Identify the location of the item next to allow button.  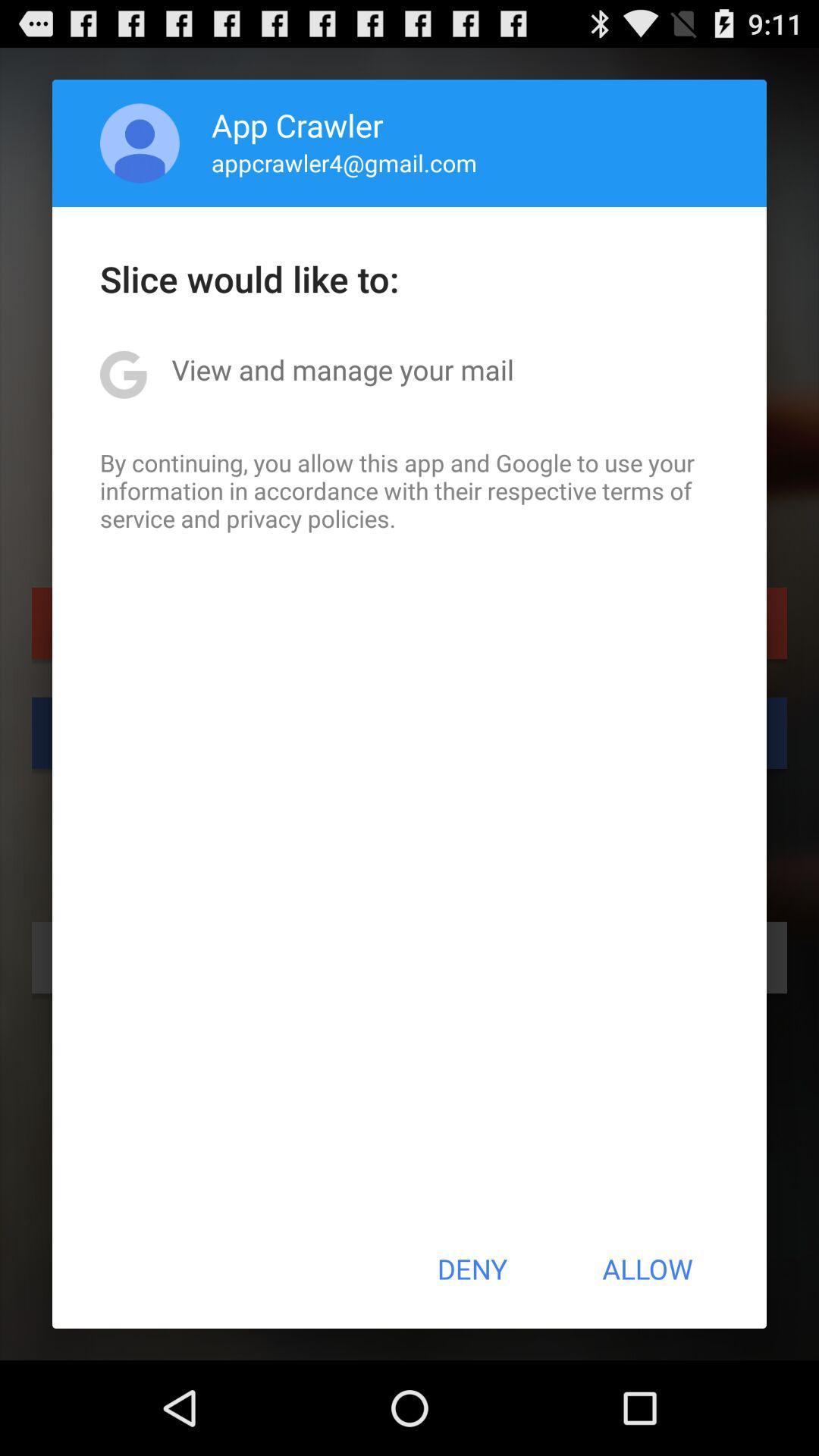
(471, 1269).